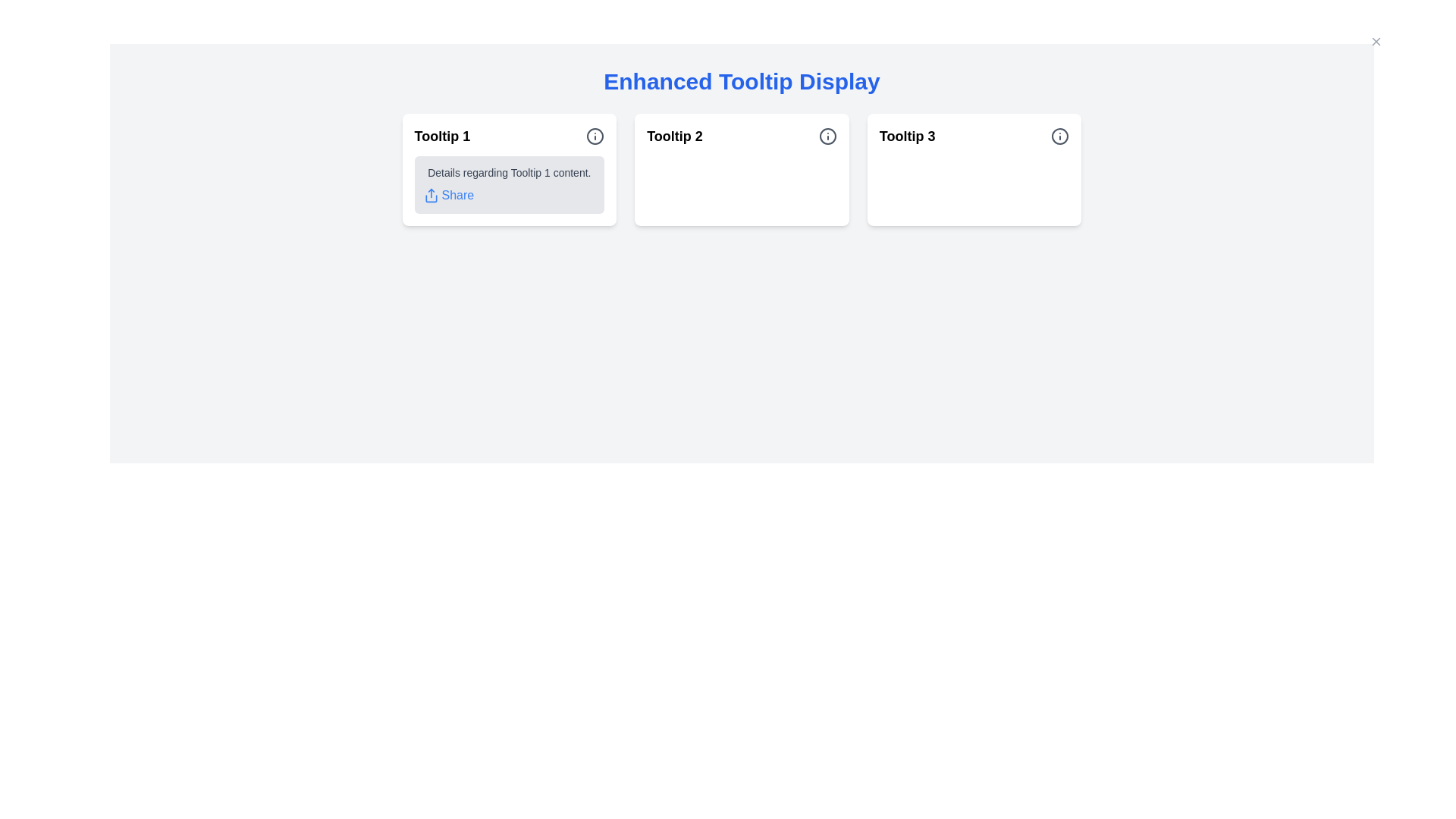 The height and width of the screenshot is (819, 1456). I want to click on the label or heading text that serves as a title for the third card, located in the top-left area of the card, so click(907, 136).